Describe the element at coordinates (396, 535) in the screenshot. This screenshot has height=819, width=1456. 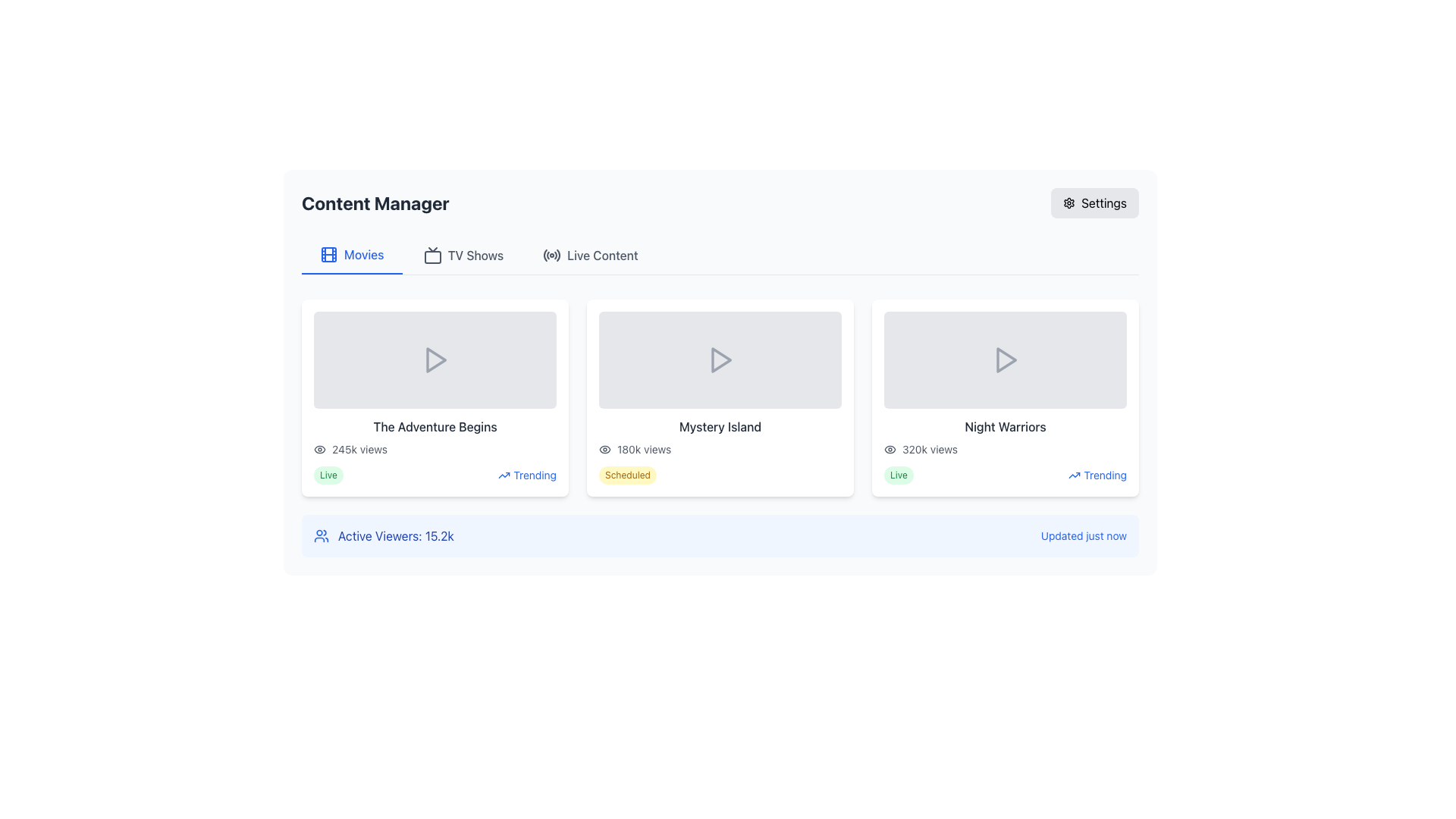
I see `the text element displaying 'Active Viewers: 15.2k', which is styled in blue and bold, located in the central right region of the interface` at that location.